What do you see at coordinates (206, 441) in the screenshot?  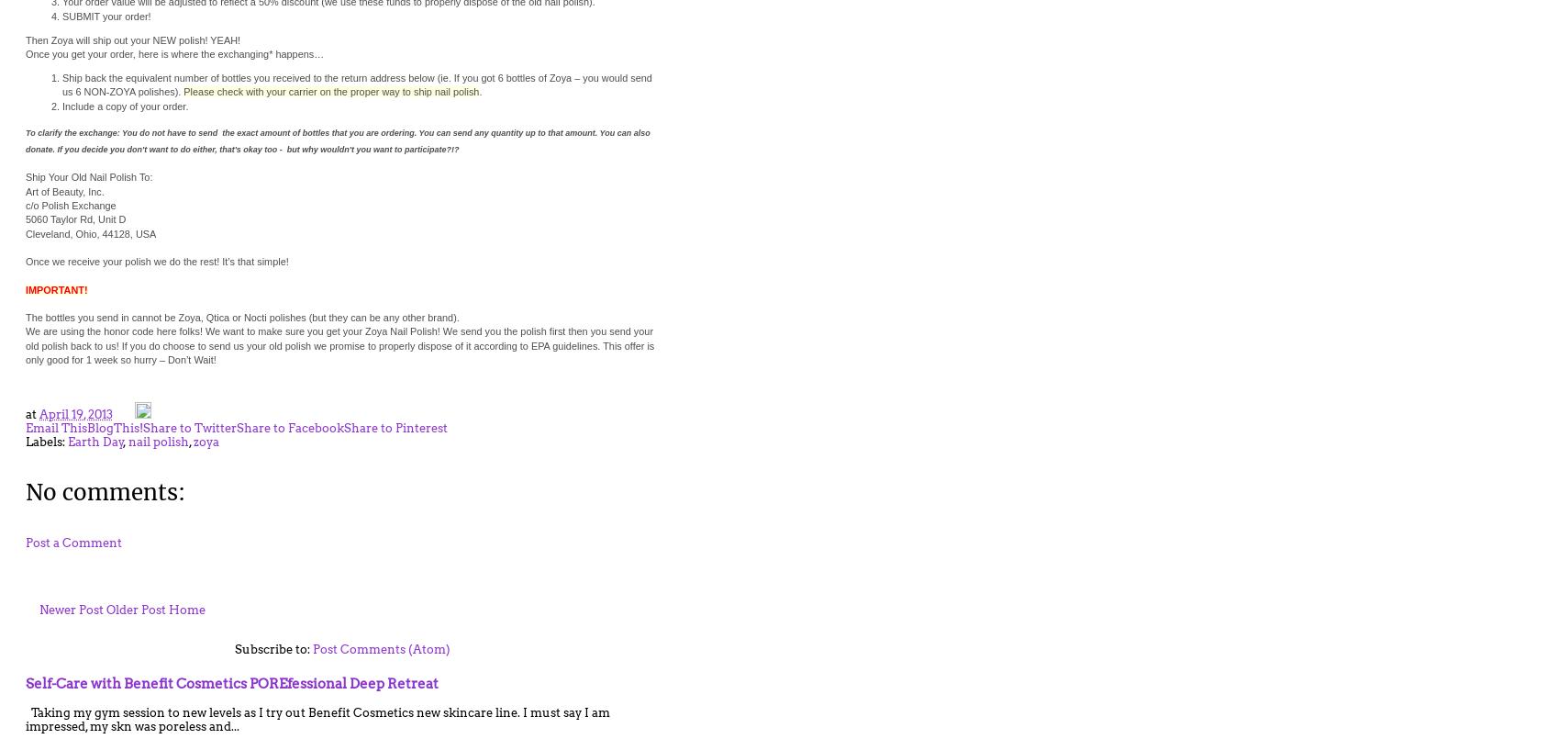 I see `'zoya'` at bounding box center [206, 441].